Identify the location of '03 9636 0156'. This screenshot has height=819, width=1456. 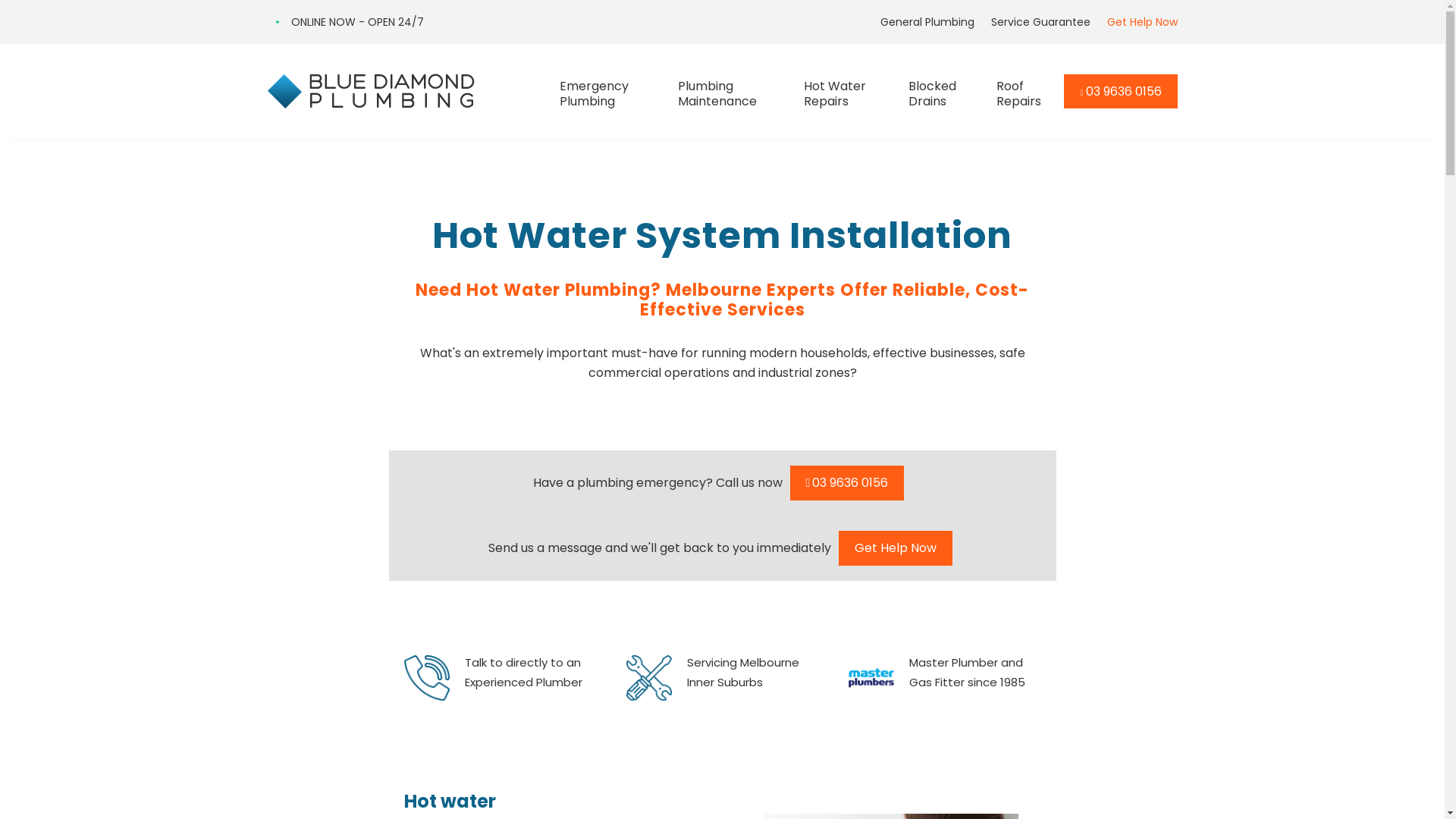
(846, 482).